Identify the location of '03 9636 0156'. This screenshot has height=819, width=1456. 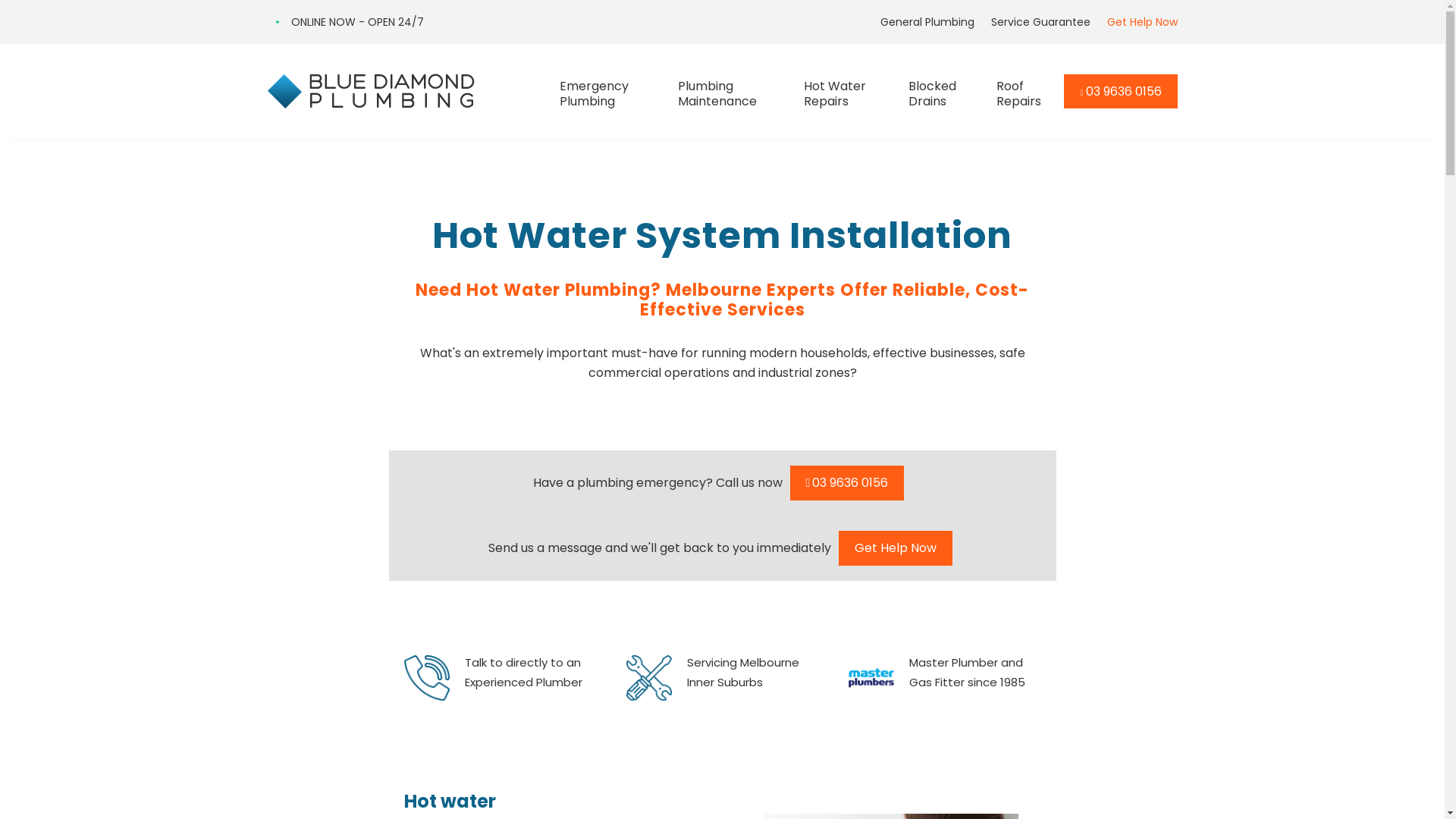
(846, 482).